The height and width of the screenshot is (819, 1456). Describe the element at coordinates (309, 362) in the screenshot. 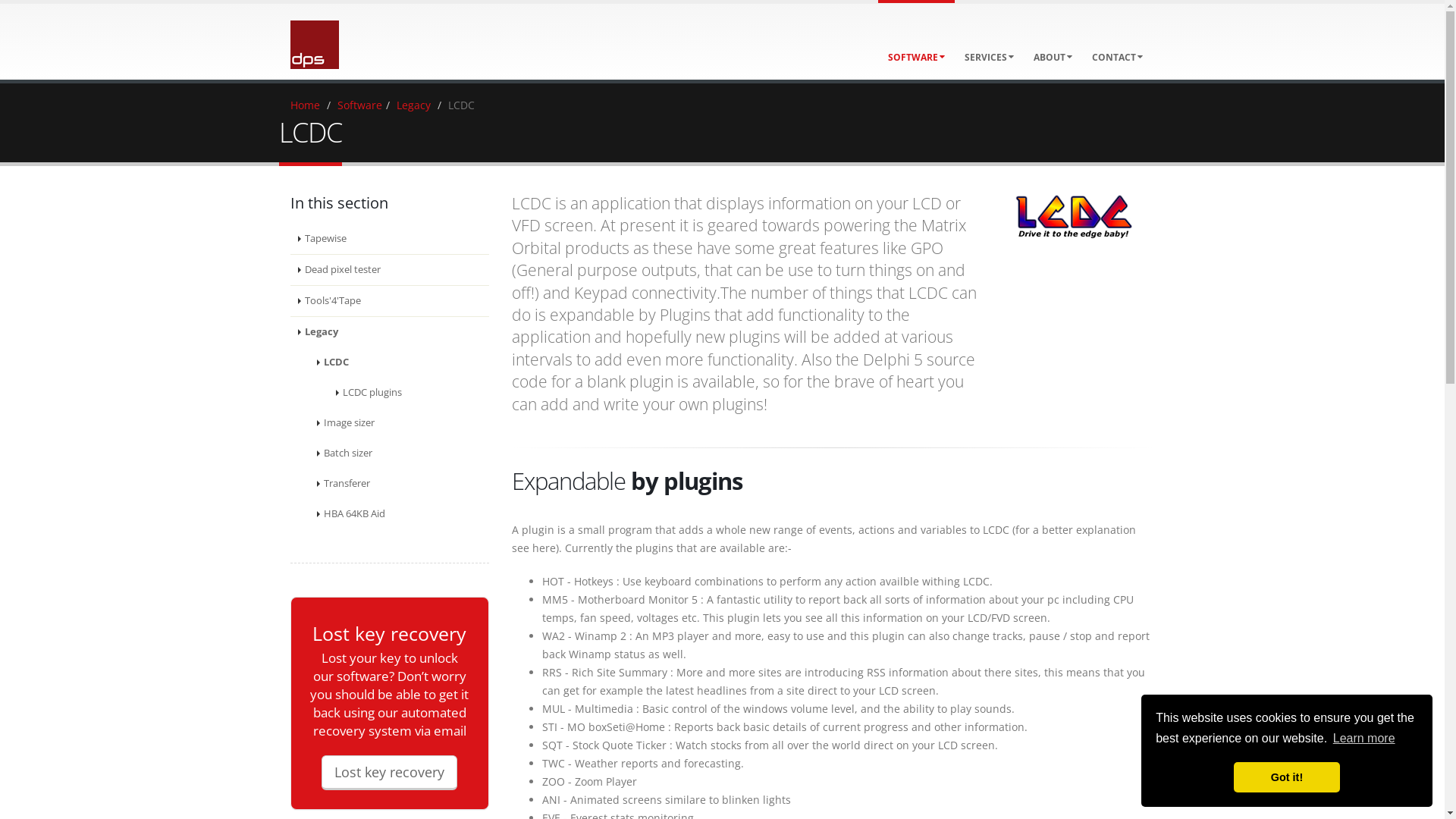

I see `'LCDC'` at that location.